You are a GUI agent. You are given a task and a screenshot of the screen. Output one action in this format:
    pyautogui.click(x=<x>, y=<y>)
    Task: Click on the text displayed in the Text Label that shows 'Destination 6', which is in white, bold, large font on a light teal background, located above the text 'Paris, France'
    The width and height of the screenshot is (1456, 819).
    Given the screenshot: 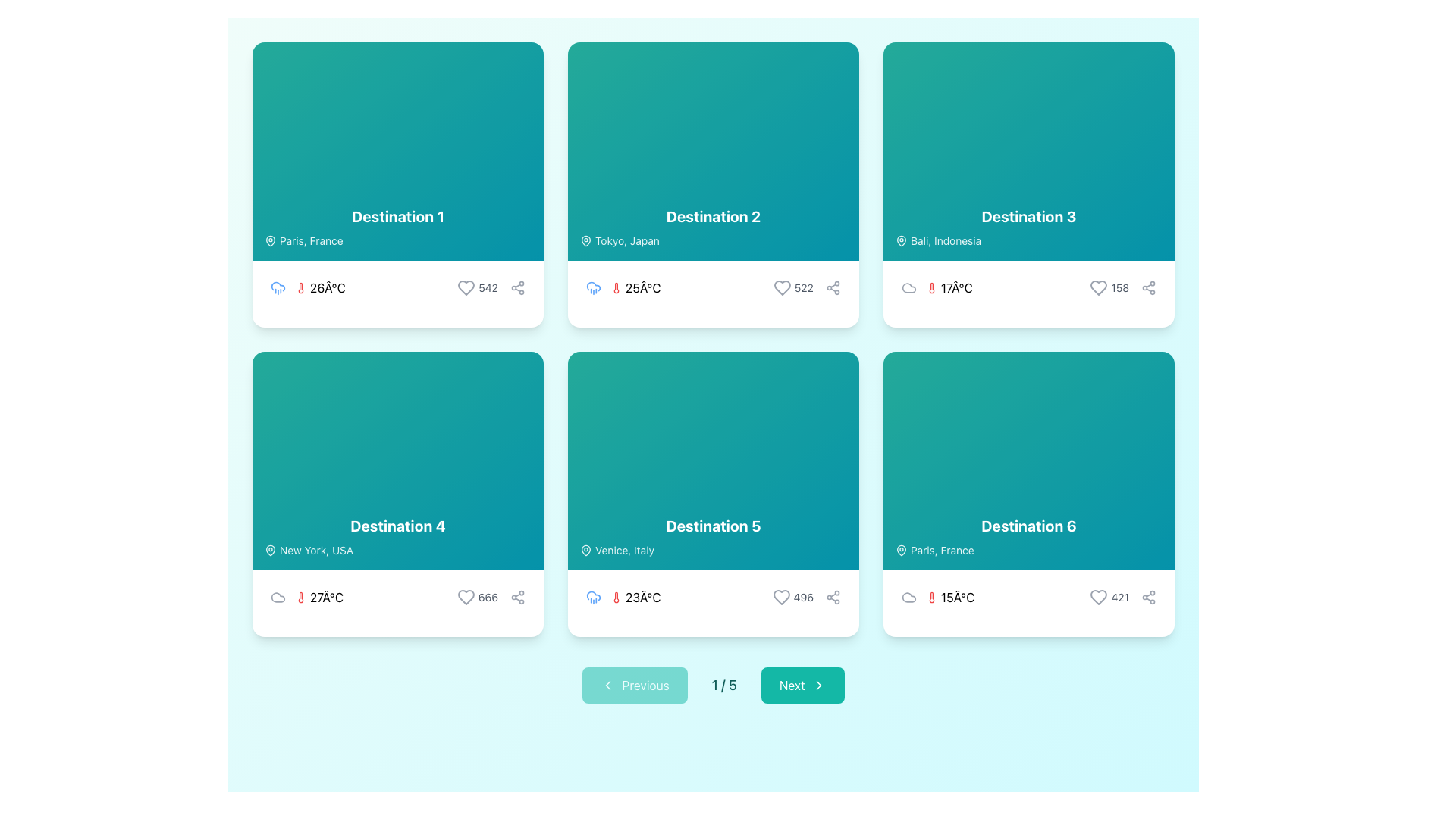 What is the action you would take?
    pyautogui.click(x=1029, y=526)
    